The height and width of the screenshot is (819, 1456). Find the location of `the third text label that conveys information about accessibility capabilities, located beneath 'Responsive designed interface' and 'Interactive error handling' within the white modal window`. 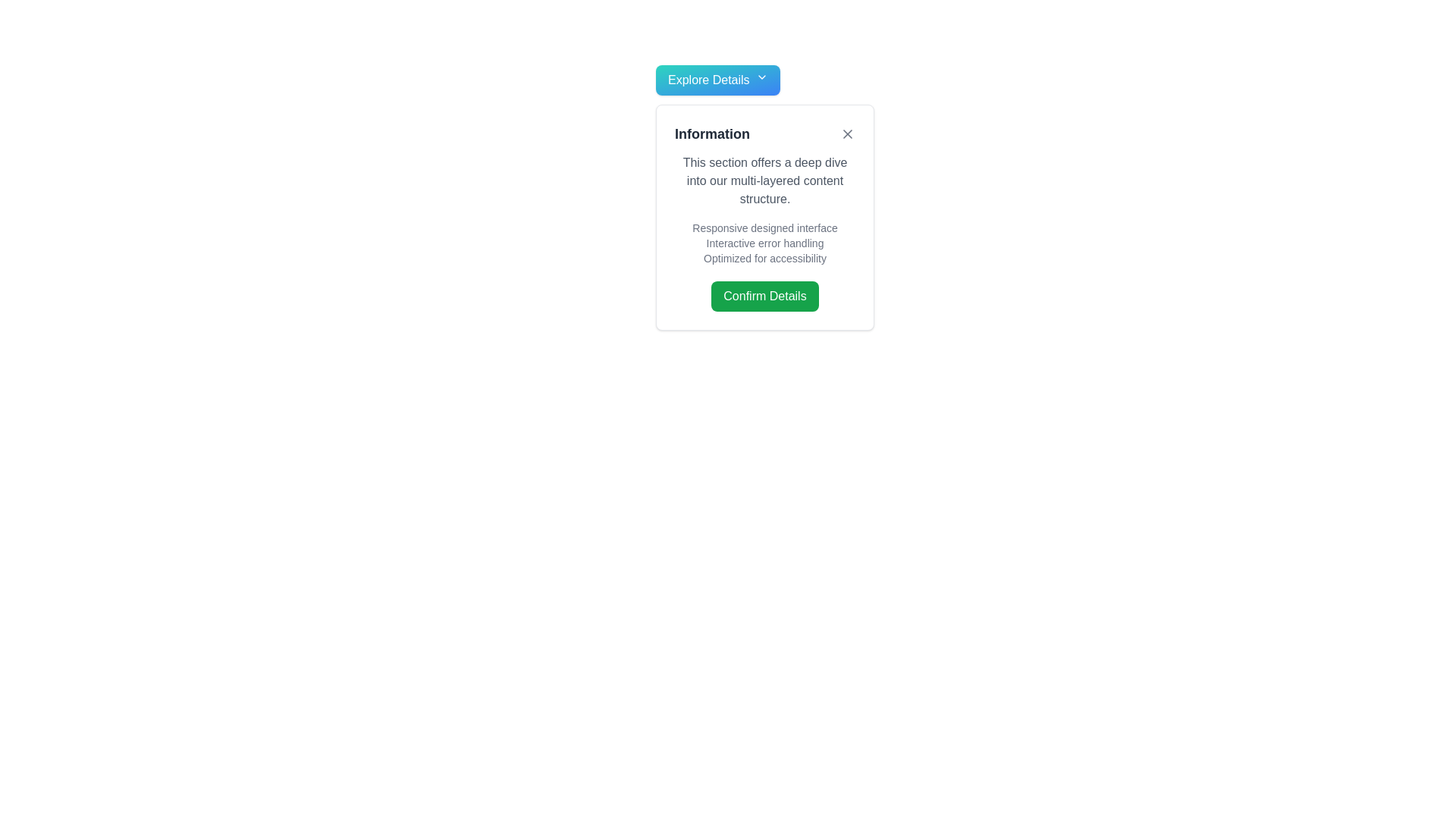

the third text label that conveys information about accessibility capabilities, located beneath 'Responsive designed interface' and 'Interactive error handling' within the white modal window is located at coordinates (764, 257).